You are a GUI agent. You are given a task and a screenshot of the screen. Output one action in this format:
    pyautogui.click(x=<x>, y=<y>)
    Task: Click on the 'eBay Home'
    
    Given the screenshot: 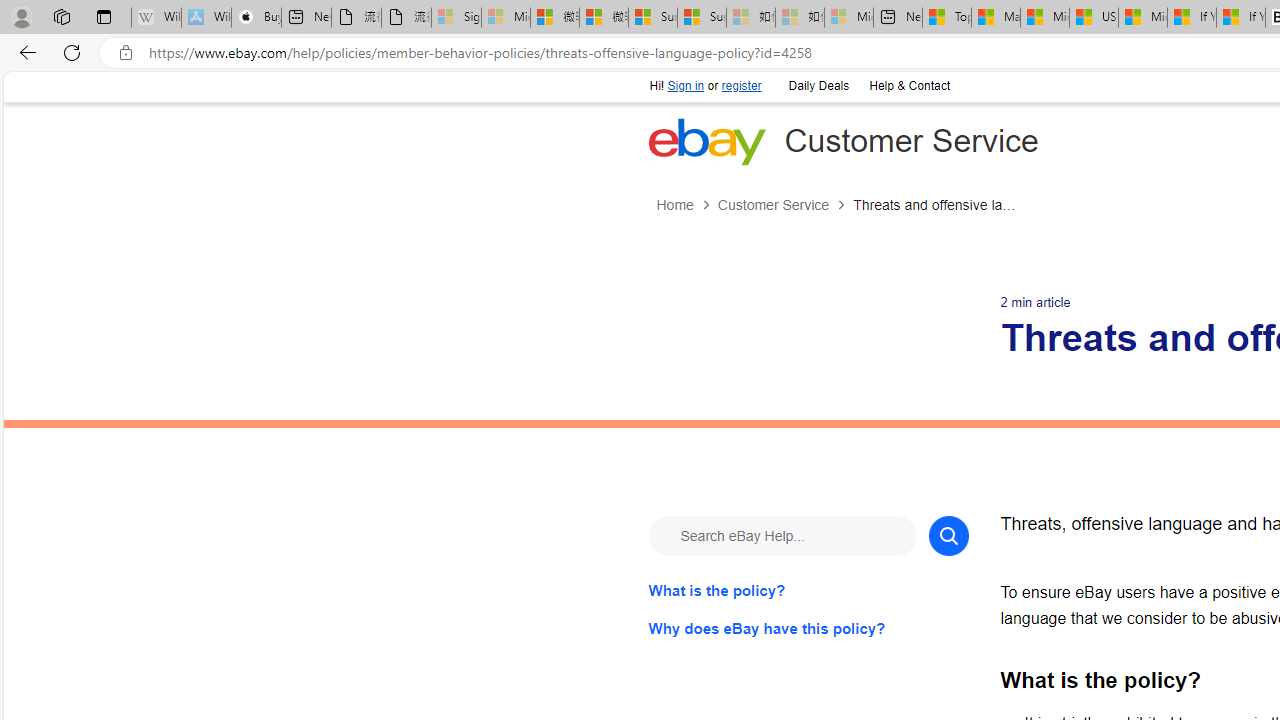 What is the action you would take?
    pyautogui.click(x=706, y=140)
    